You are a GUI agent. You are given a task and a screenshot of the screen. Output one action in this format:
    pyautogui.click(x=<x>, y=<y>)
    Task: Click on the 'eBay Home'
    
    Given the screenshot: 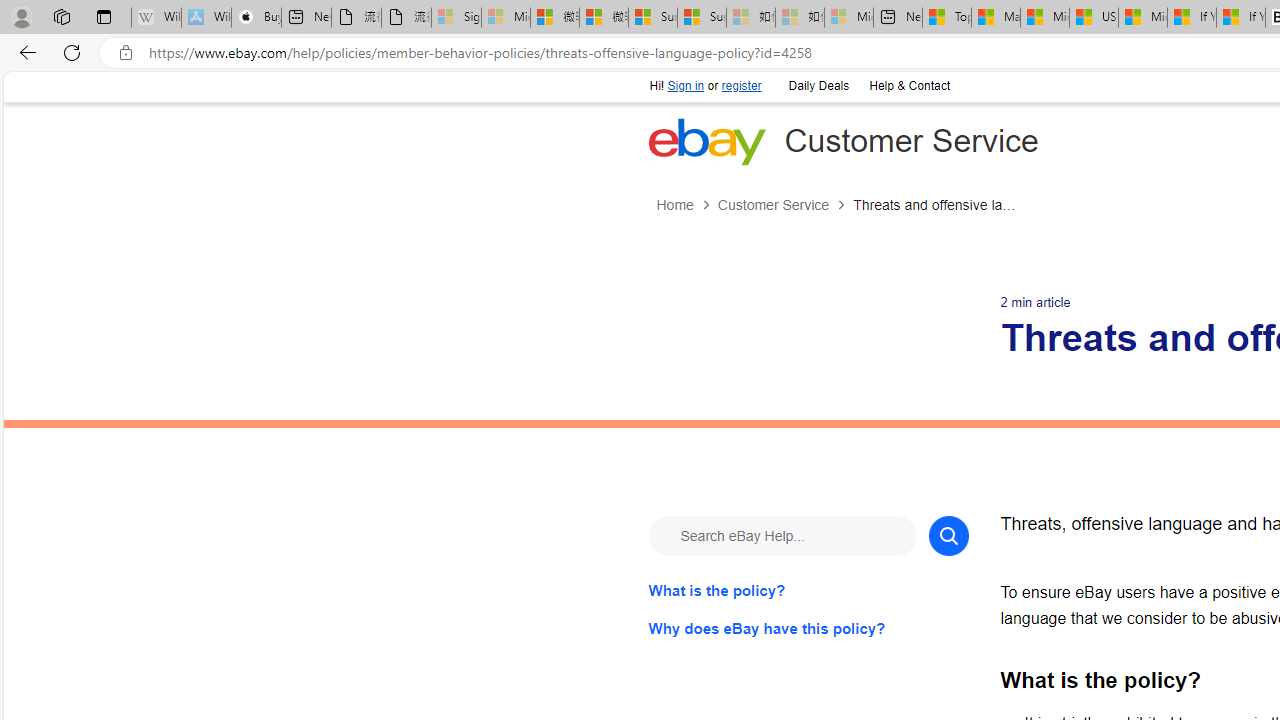 What is the action you would take?
    pyautogui.click(x=706, y=140)
    